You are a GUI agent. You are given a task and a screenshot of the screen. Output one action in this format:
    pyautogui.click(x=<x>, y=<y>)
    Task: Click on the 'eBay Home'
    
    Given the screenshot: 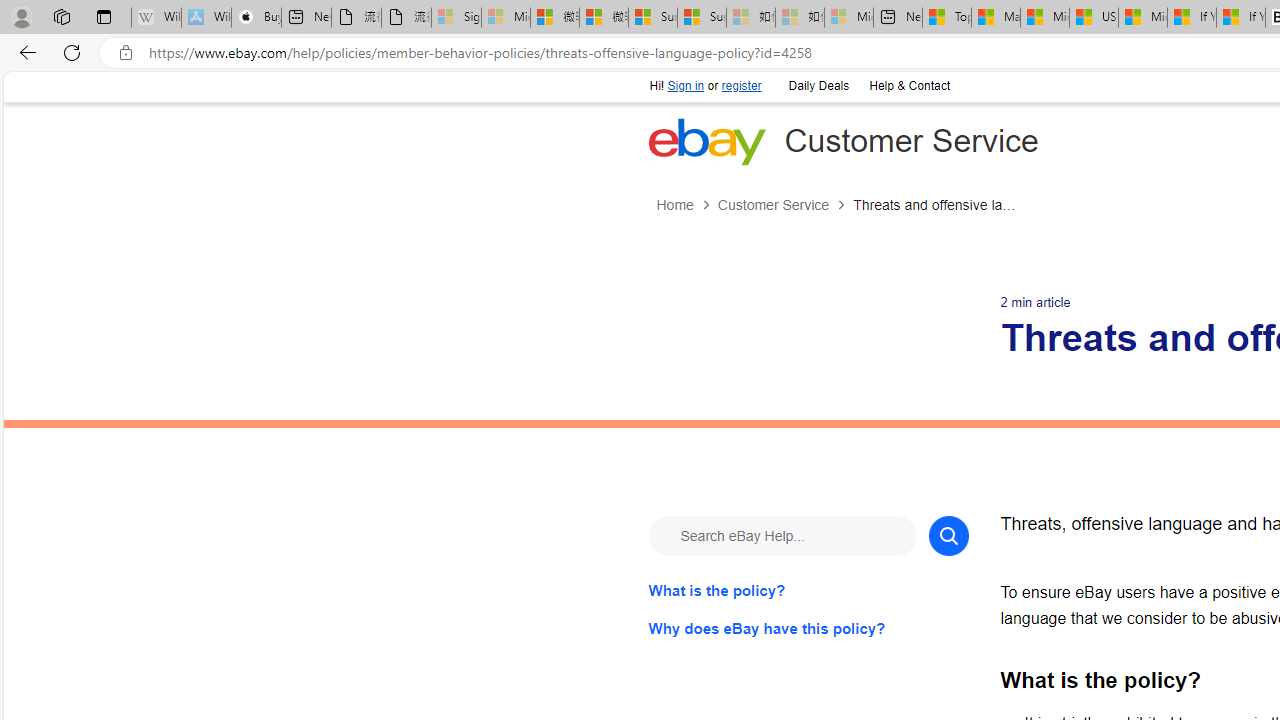 What is the action you would take?
    pyautogui.click(x=706, y=140)
    